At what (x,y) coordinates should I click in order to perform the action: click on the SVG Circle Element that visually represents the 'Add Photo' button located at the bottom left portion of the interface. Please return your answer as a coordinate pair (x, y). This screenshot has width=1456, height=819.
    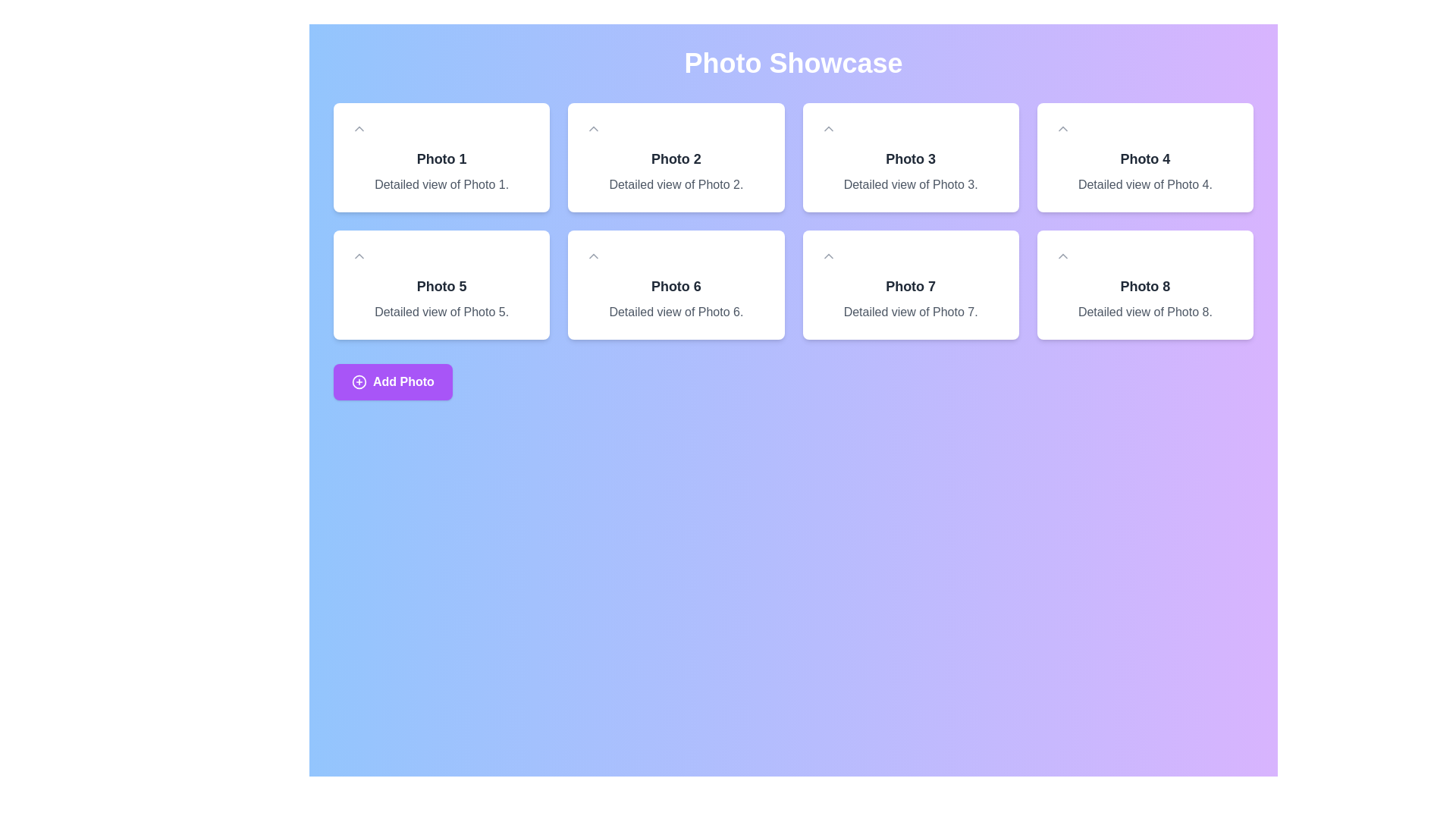
    Looking at the image, I should click on (359, 380).